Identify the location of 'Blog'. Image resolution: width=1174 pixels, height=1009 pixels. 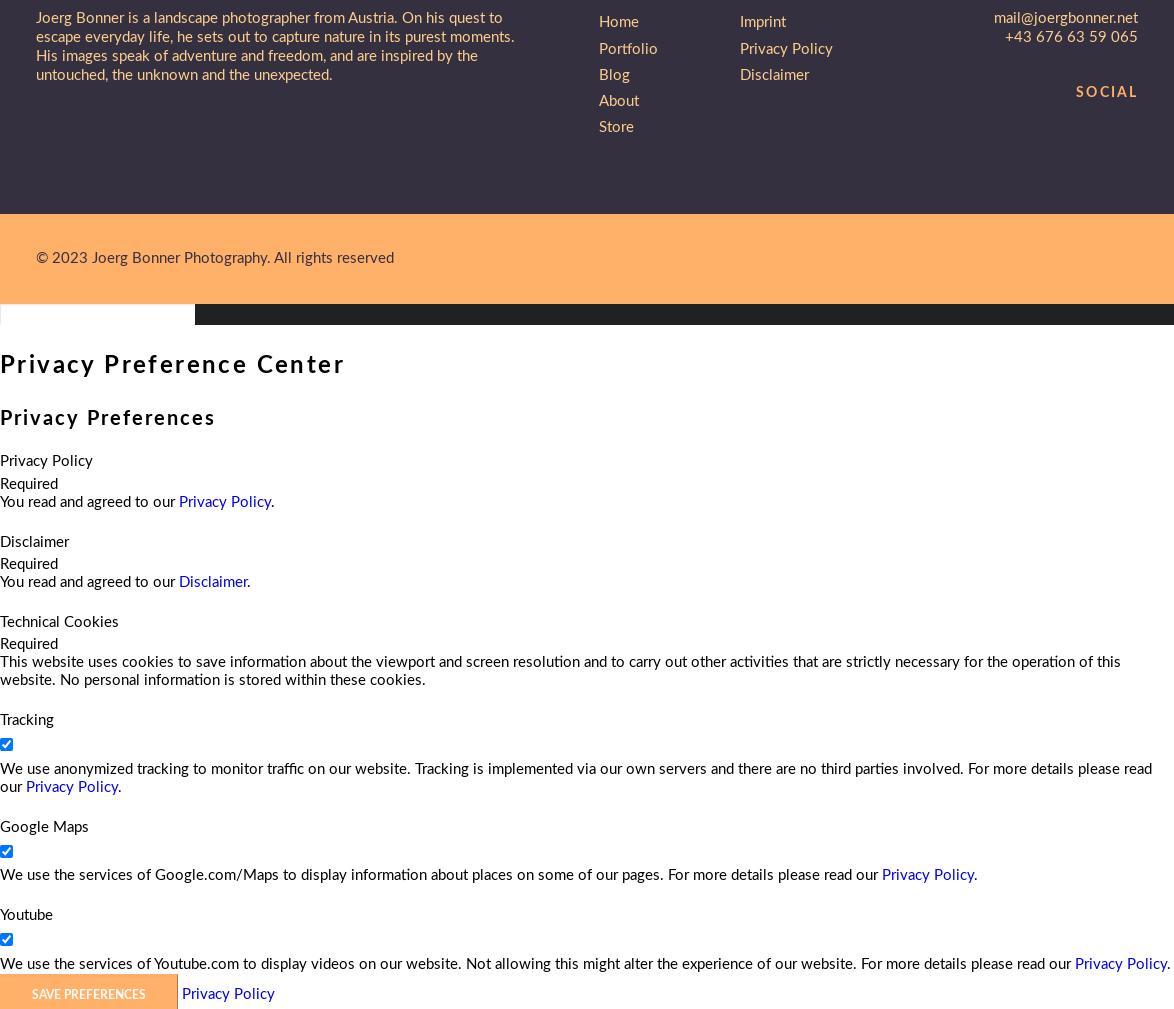
(614, 73).